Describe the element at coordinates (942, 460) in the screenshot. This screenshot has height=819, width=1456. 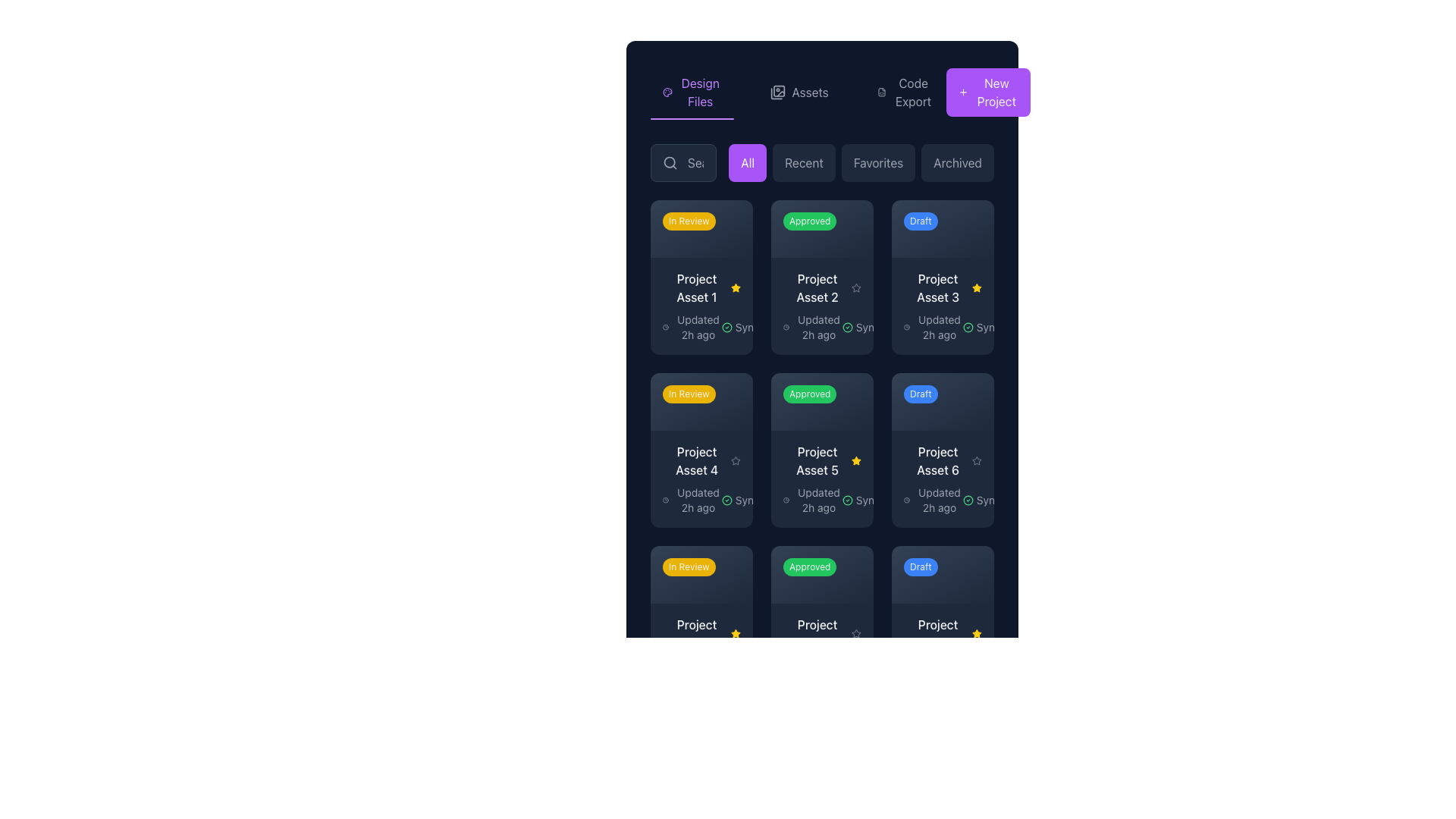
I see `the 'Project Asset 6' label with the gray star icon from its current position within the interface` at that location.